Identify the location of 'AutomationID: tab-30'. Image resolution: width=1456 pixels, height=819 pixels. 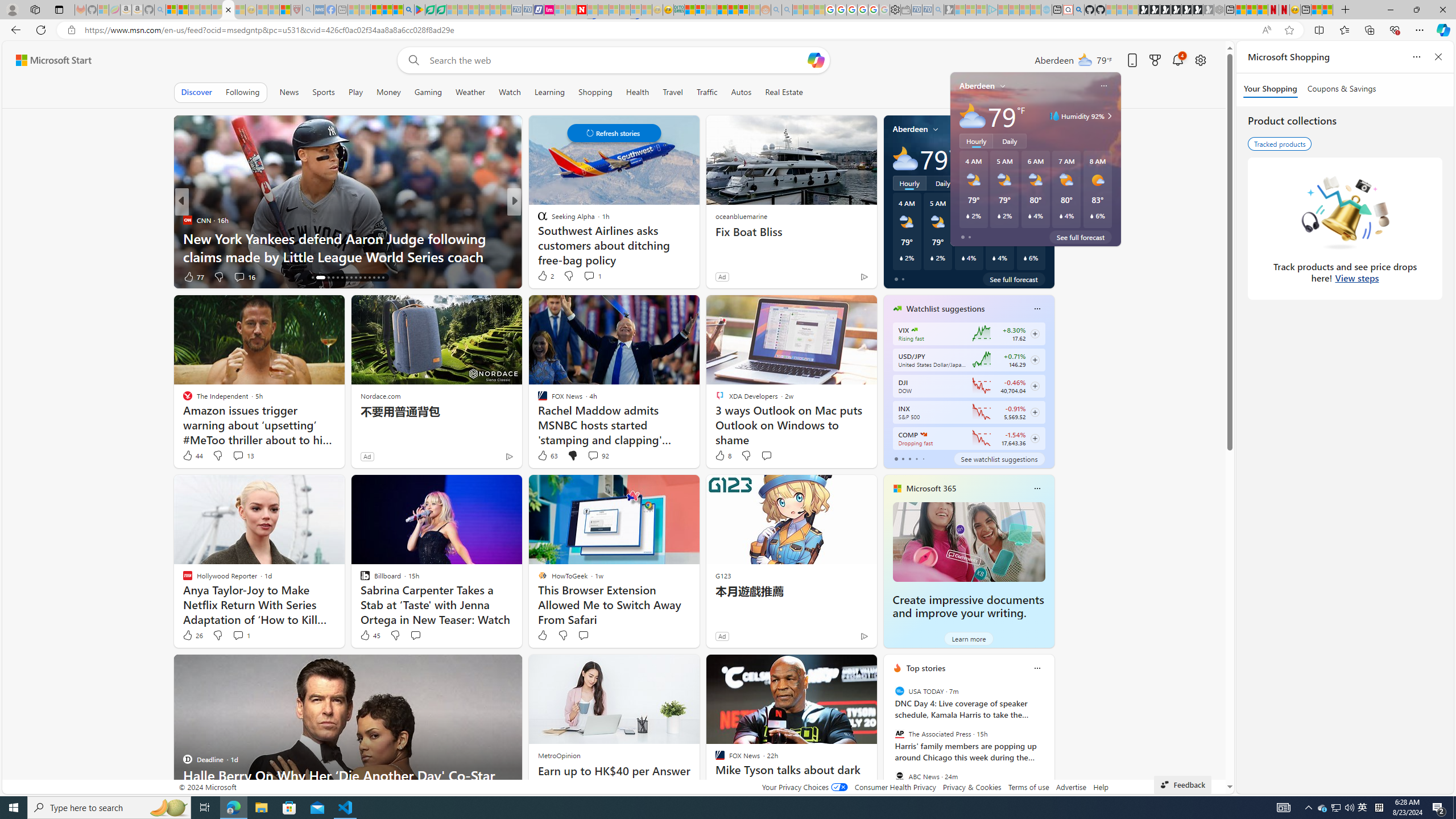
(382, 277).